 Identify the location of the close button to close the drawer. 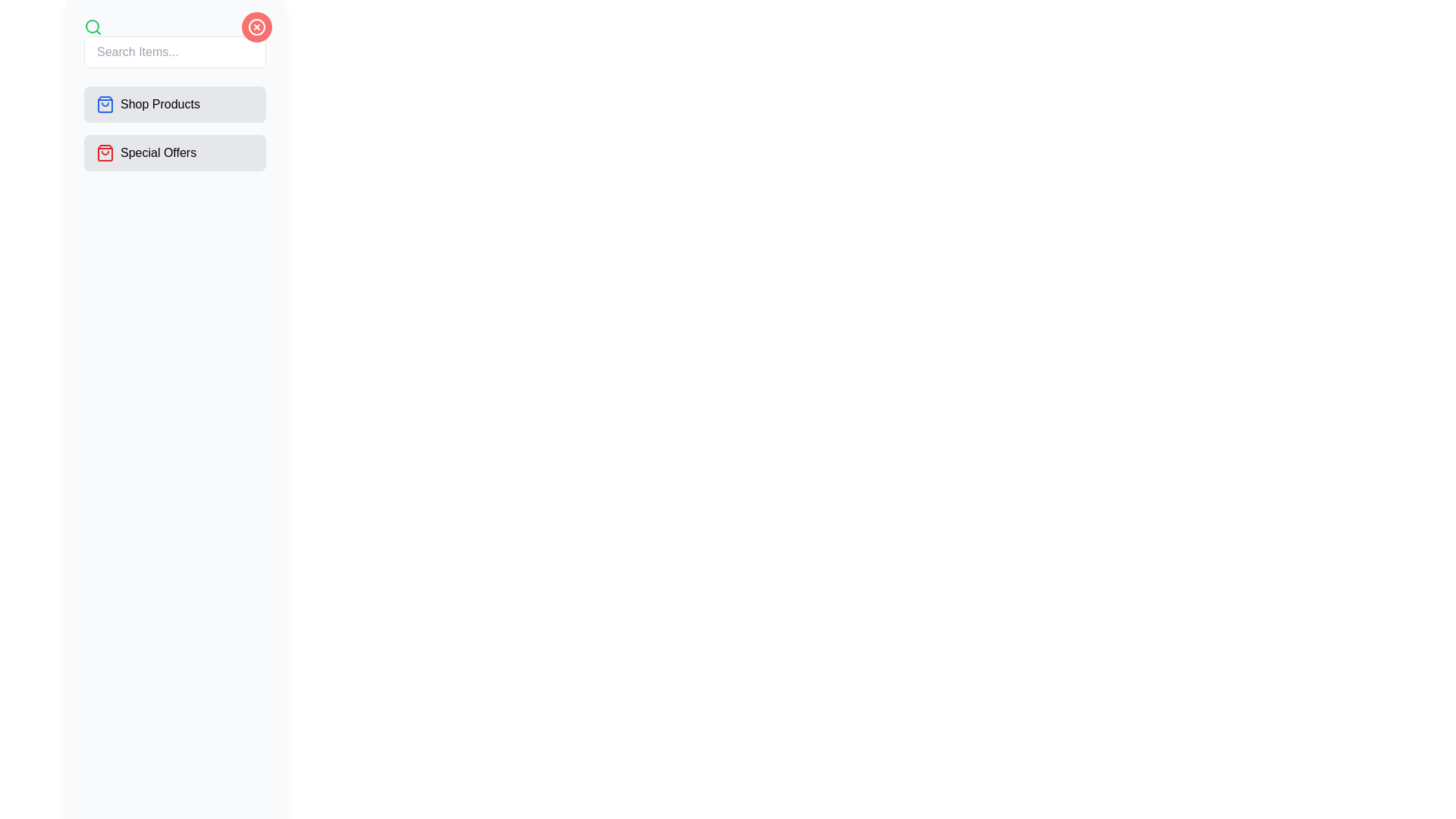
(257, 27).